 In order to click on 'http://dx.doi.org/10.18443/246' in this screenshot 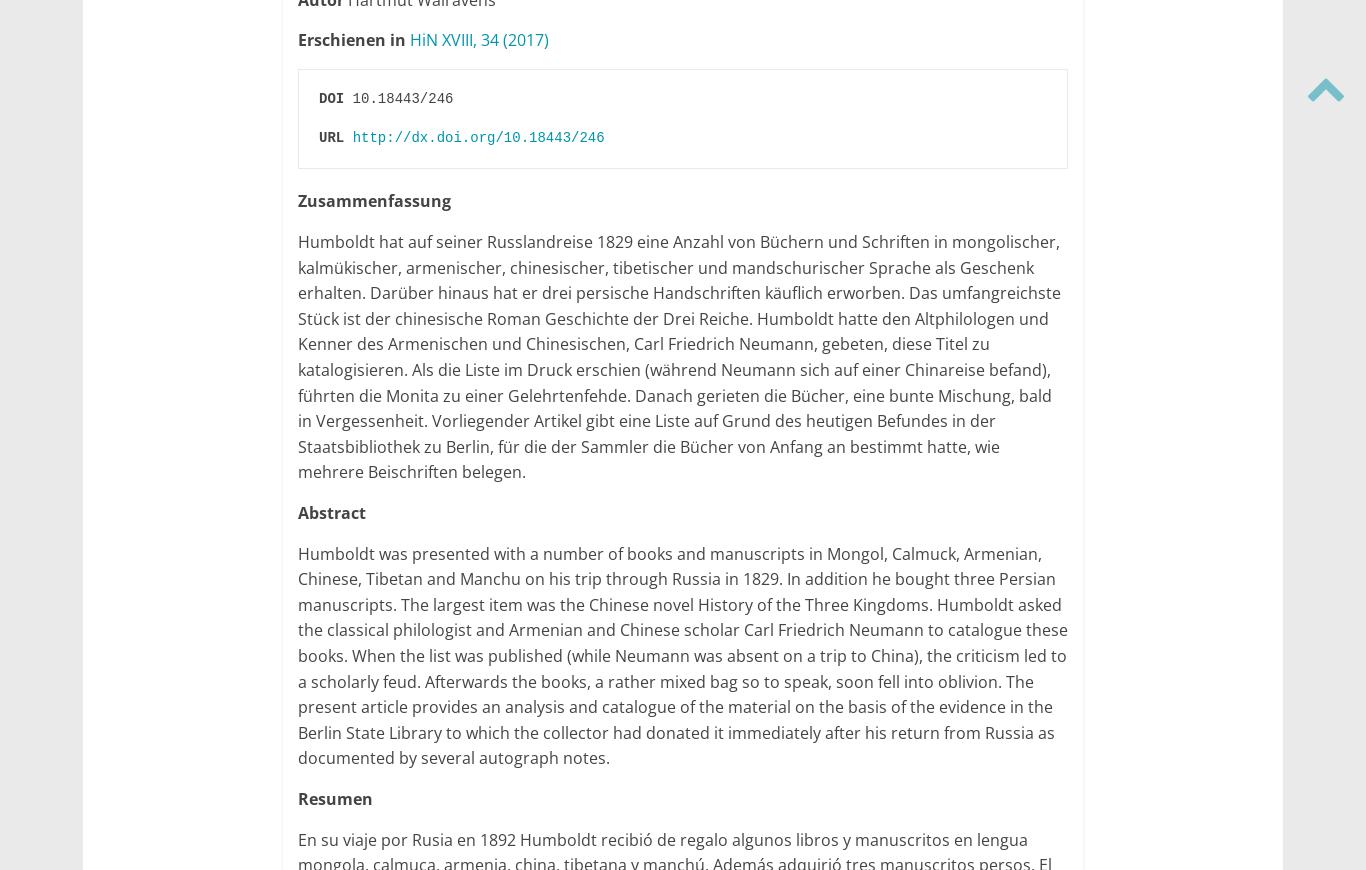, I will do `click(351, 136)`.